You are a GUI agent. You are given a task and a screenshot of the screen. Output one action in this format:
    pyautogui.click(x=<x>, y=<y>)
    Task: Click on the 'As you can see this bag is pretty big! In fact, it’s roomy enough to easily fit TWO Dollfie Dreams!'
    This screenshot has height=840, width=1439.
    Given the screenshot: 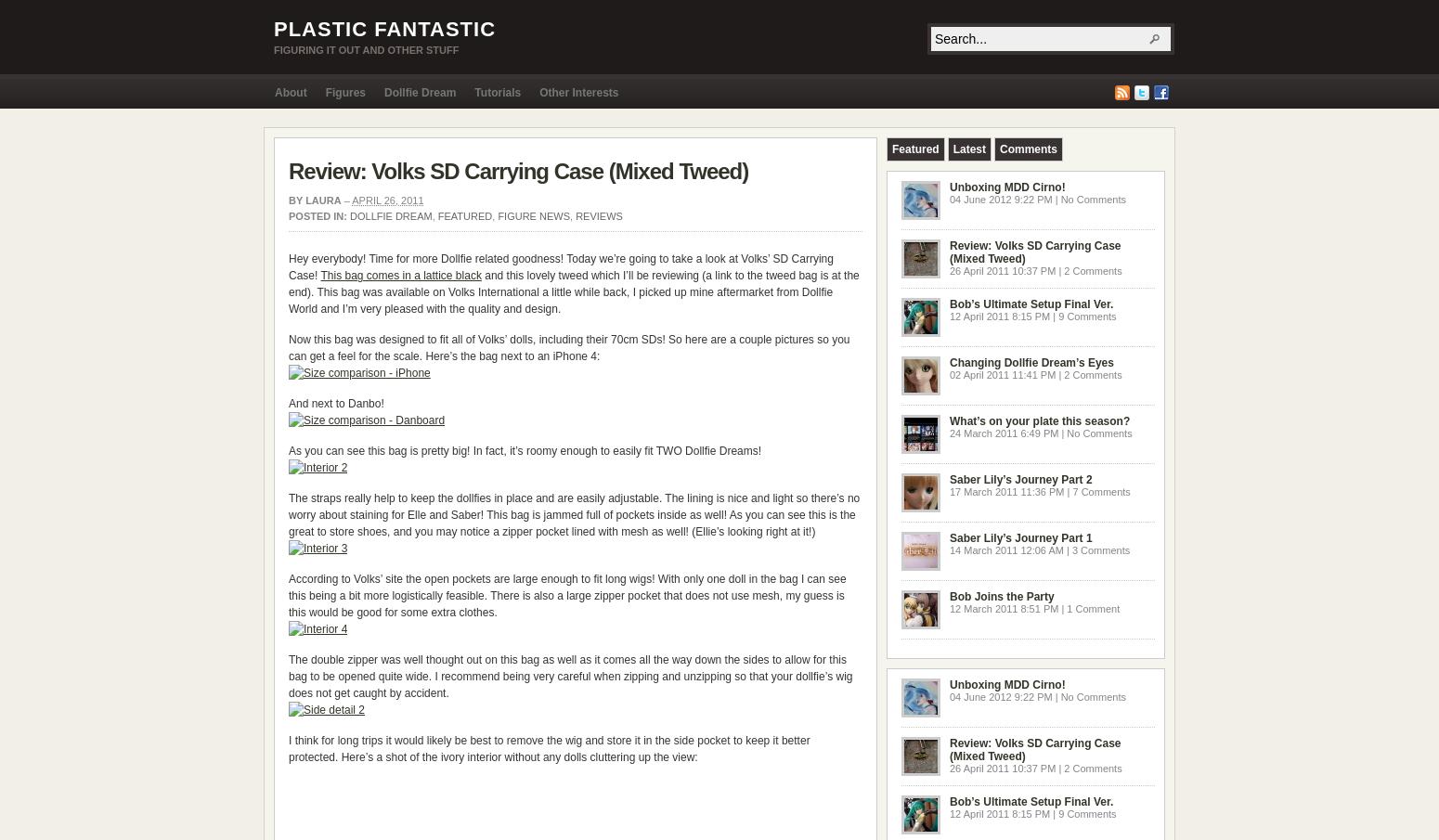 What is the action you would take?
    pyautogui.click(x=525, y=450)
    